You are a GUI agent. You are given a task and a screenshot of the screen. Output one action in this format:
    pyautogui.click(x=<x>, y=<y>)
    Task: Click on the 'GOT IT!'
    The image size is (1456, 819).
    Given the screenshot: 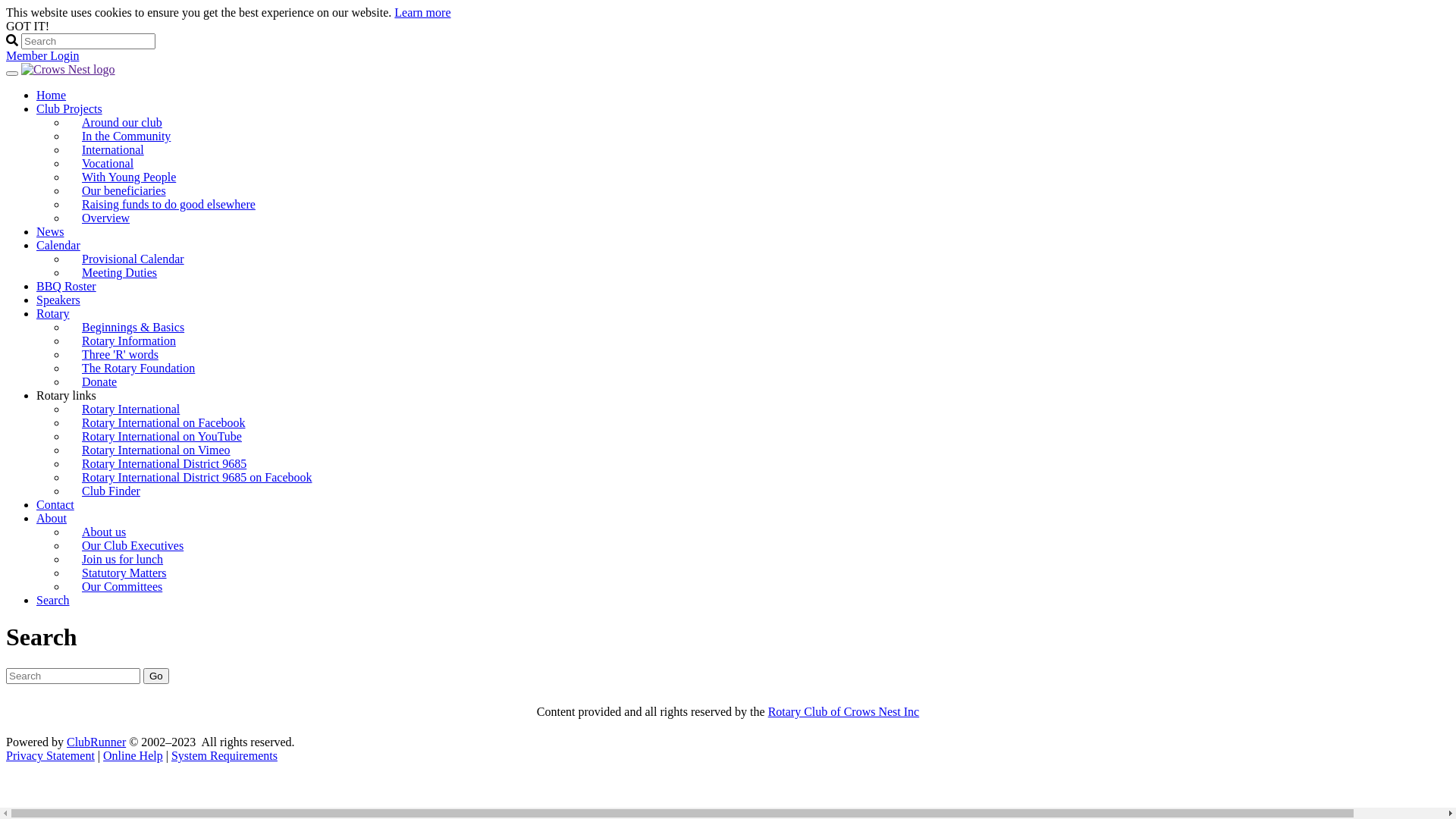 What is the action you would take?
    pyautogui.click(x=27, y=26)
    